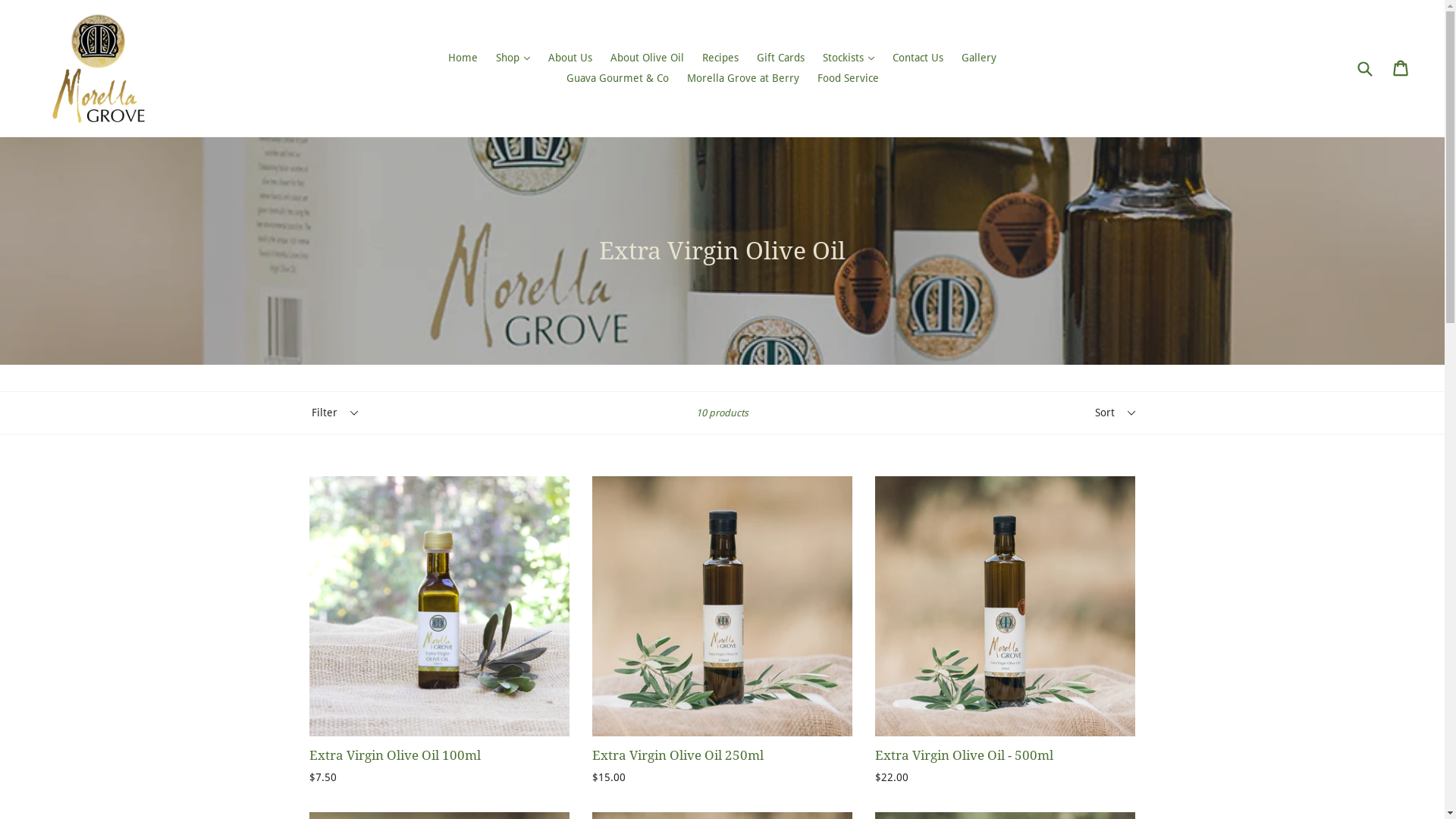 The image size is (1456, 819). What do you see at coordinates (749, 57) in the screenshot?
I see `'Gift Cards'` at bounding box center [749, 57].